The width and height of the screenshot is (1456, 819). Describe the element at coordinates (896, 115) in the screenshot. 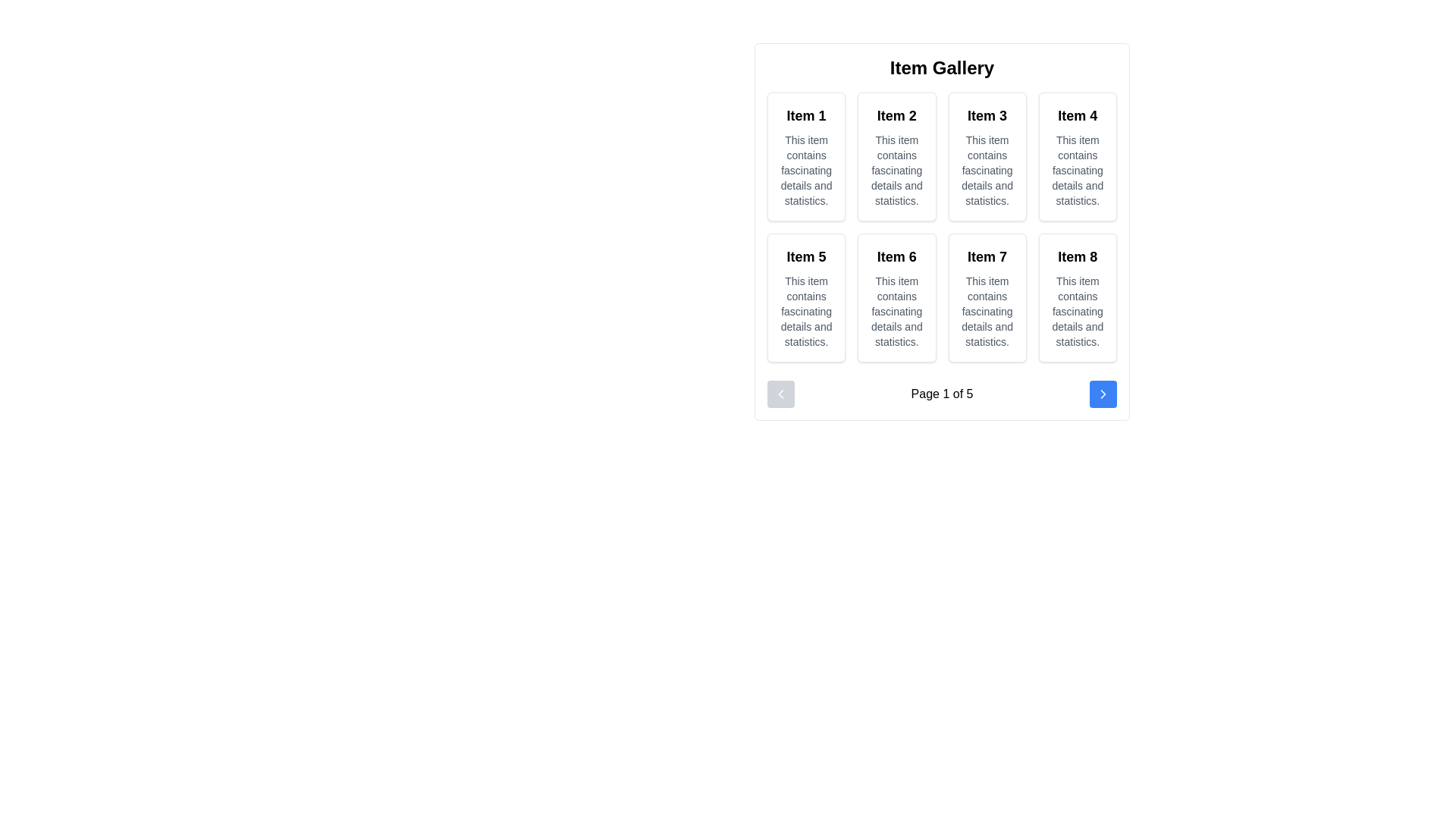

I see `heading text for 'Item 2' located at the top of the bordered card in the second column, first row of the grid layout` at that location.